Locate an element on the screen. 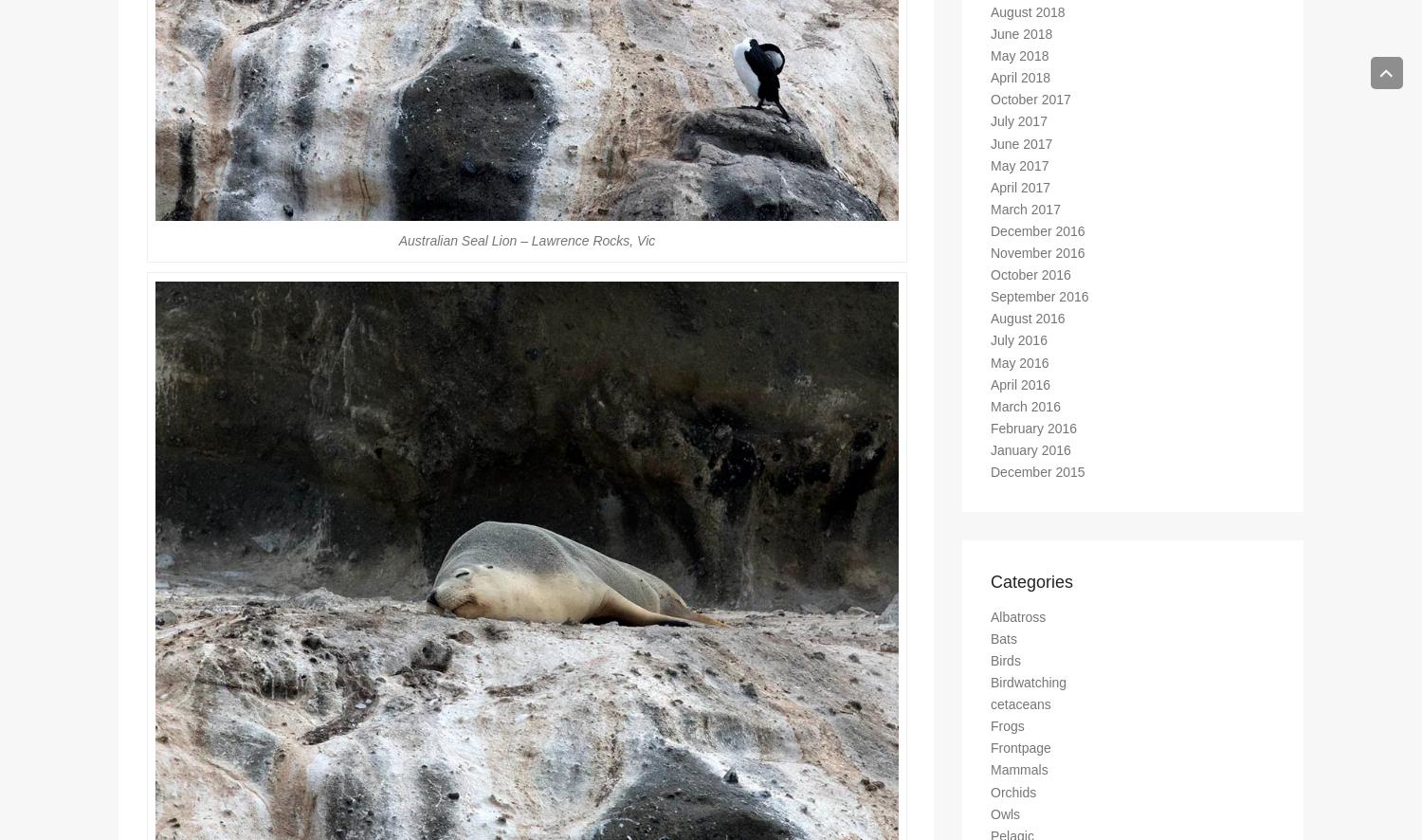 The width and height of the screenshot is (1422, 840). 'Bats' is located at coordinates (1004, 646).